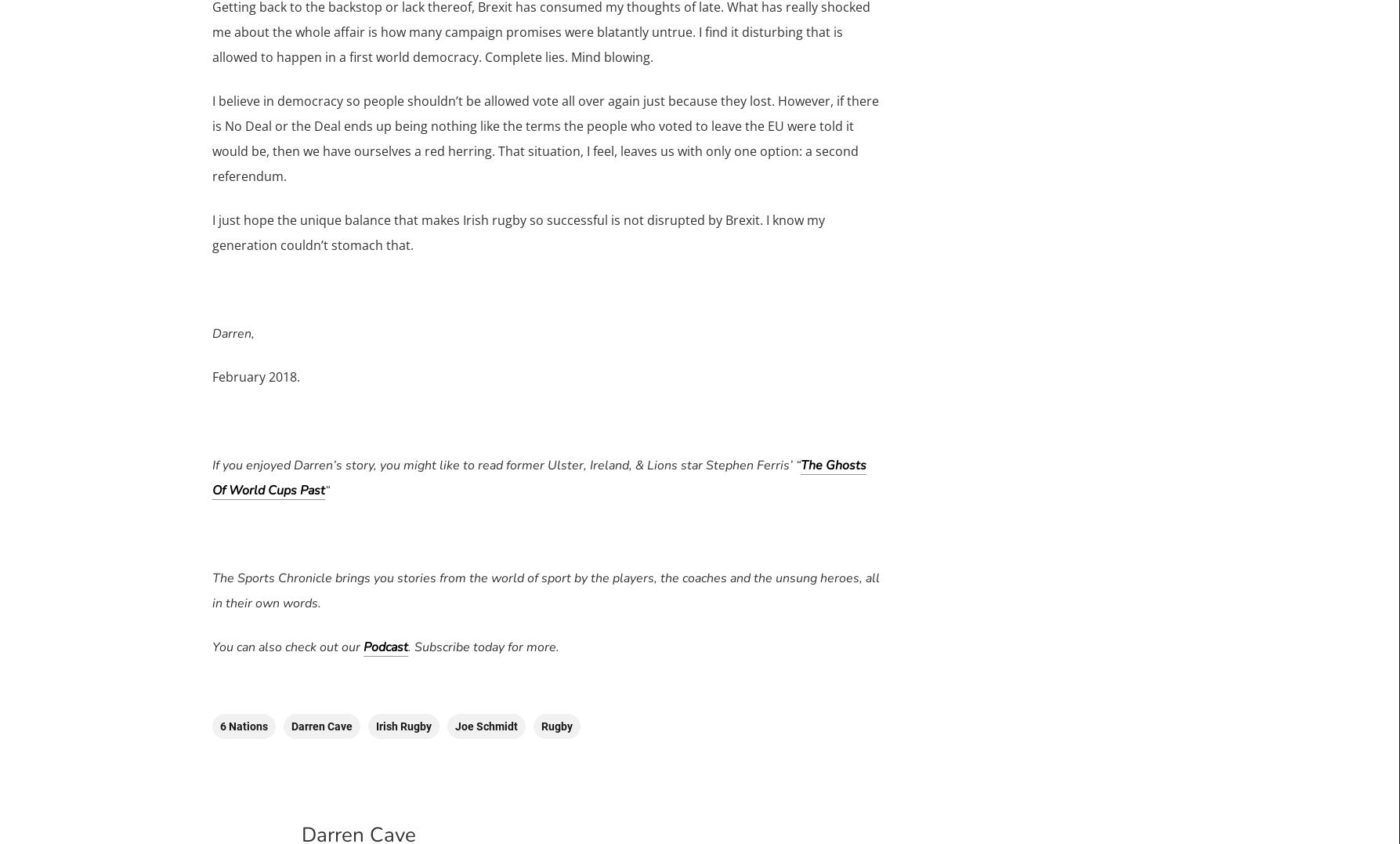 The image size is (1400, 844). Describe the element at coordinates (211, 136) in the screenshot. I see `'I believe in democracy so people shouldn’t be allowed vote all over again just because they lost. However, if there is No Deal or the Deal ends up being nothing like the terms the people who voted to leave the EU were told it would be, then we have ourselves a red herring. That situation, I feel, leaves us with only one option: a second referendum.'` at that location.